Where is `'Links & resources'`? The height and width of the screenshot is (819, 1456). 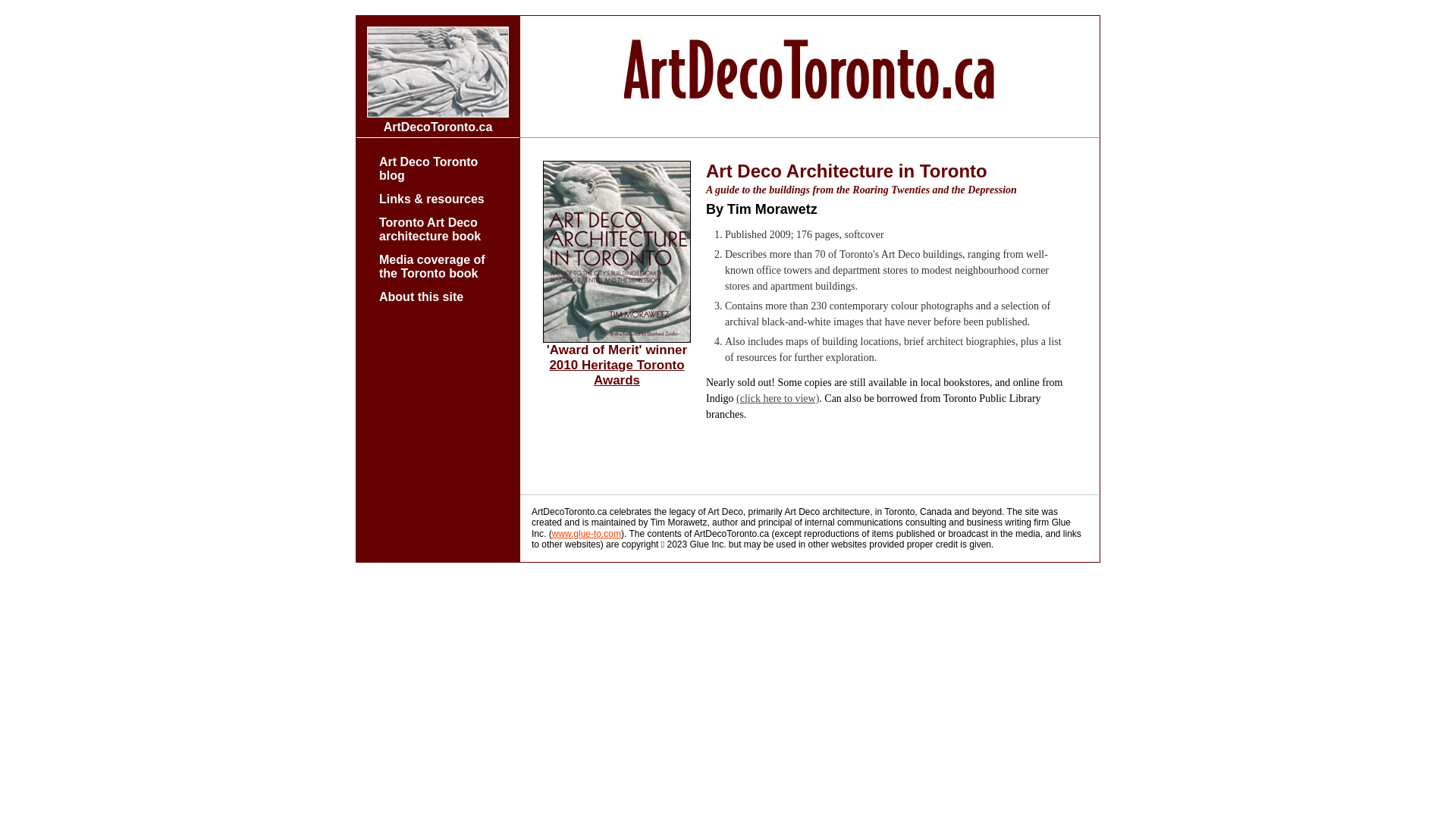
'Links & resources' is located at coordinates (431, 196).